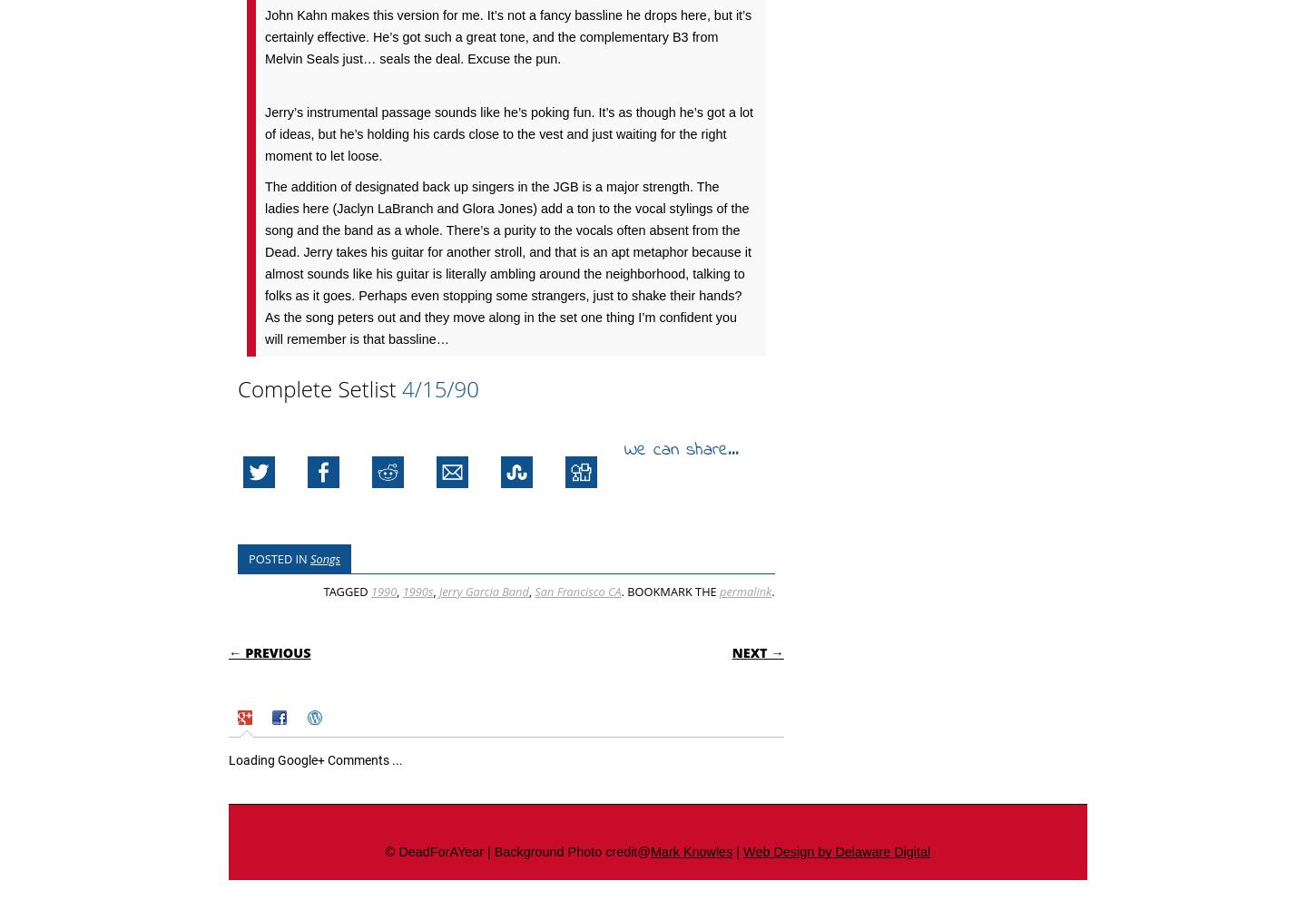 This screenshot has height=910, width=1316. Describe the element at coordinates (279, 558) in the screenshot. I see `'Posted in'` at that location.